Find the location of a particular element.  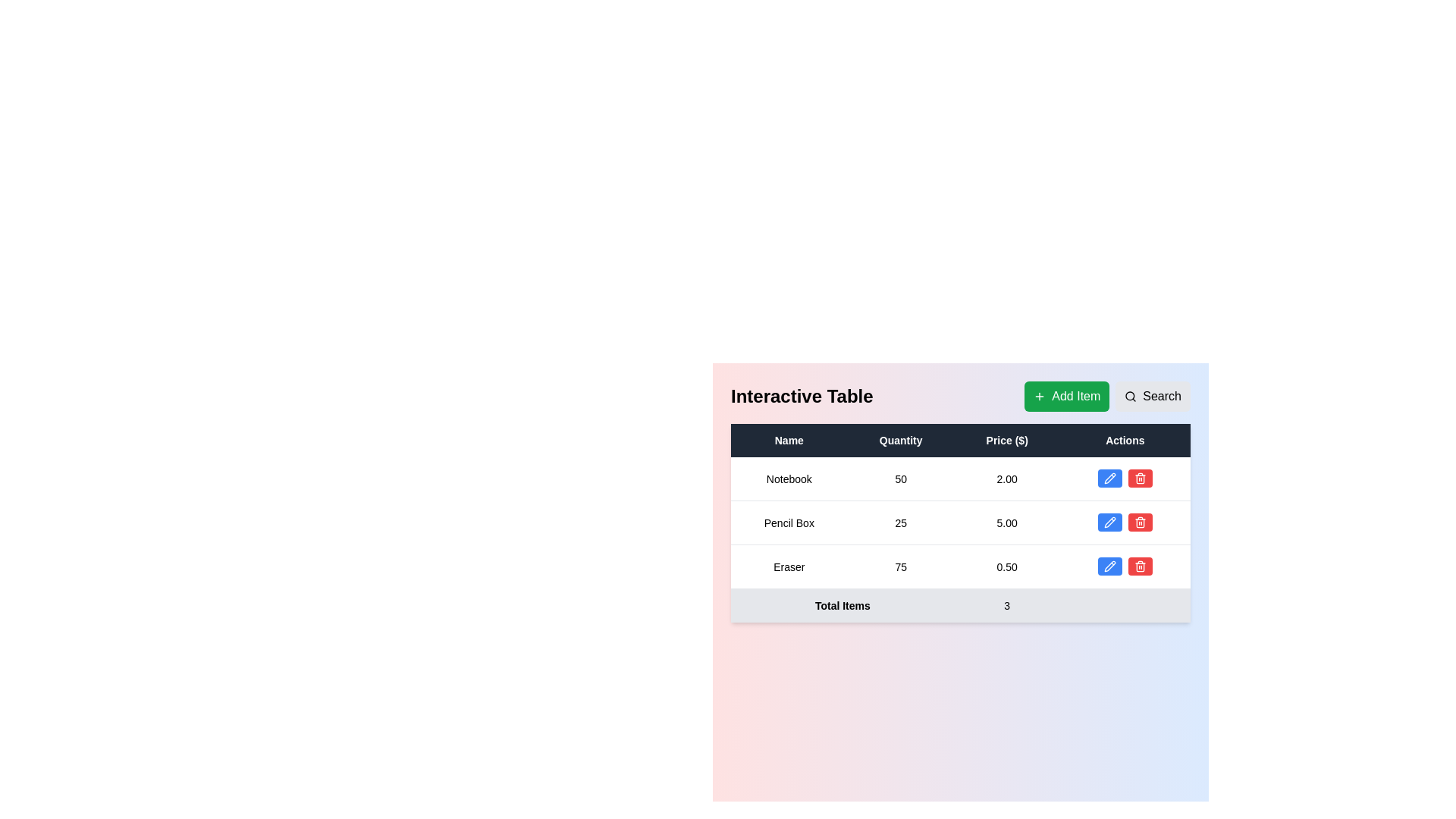

the Table summary row element at the bottom of the table, which has a light gray background and displays 'Total Items' on the left and '3' on the right is located at coordinates (960, 604).